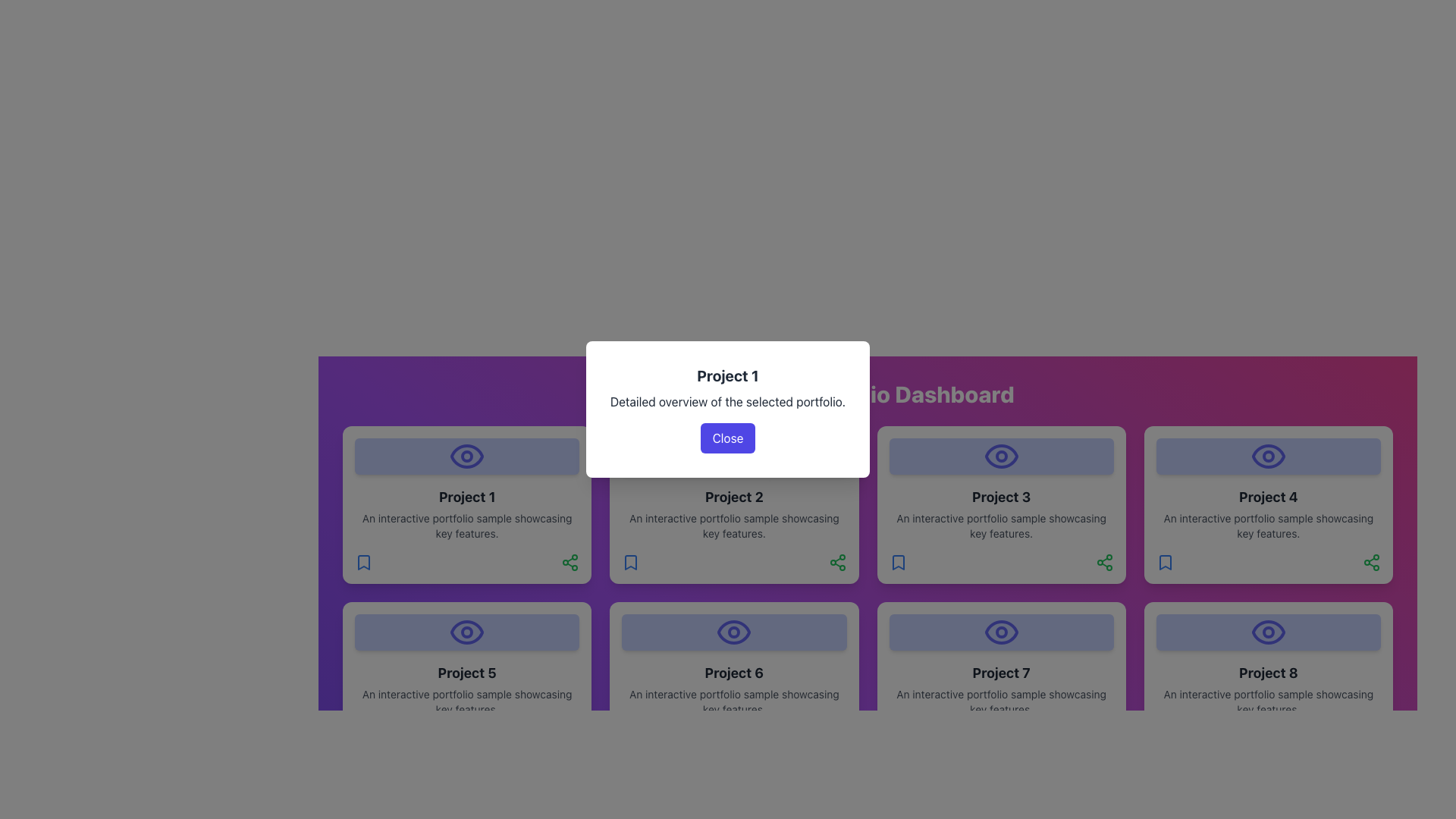  I want to click on the SVG circle that represents the pupil of the eye icon in the header of the 'Project 8' card located at the lower-right corner of the interface, so click(1268, 632).